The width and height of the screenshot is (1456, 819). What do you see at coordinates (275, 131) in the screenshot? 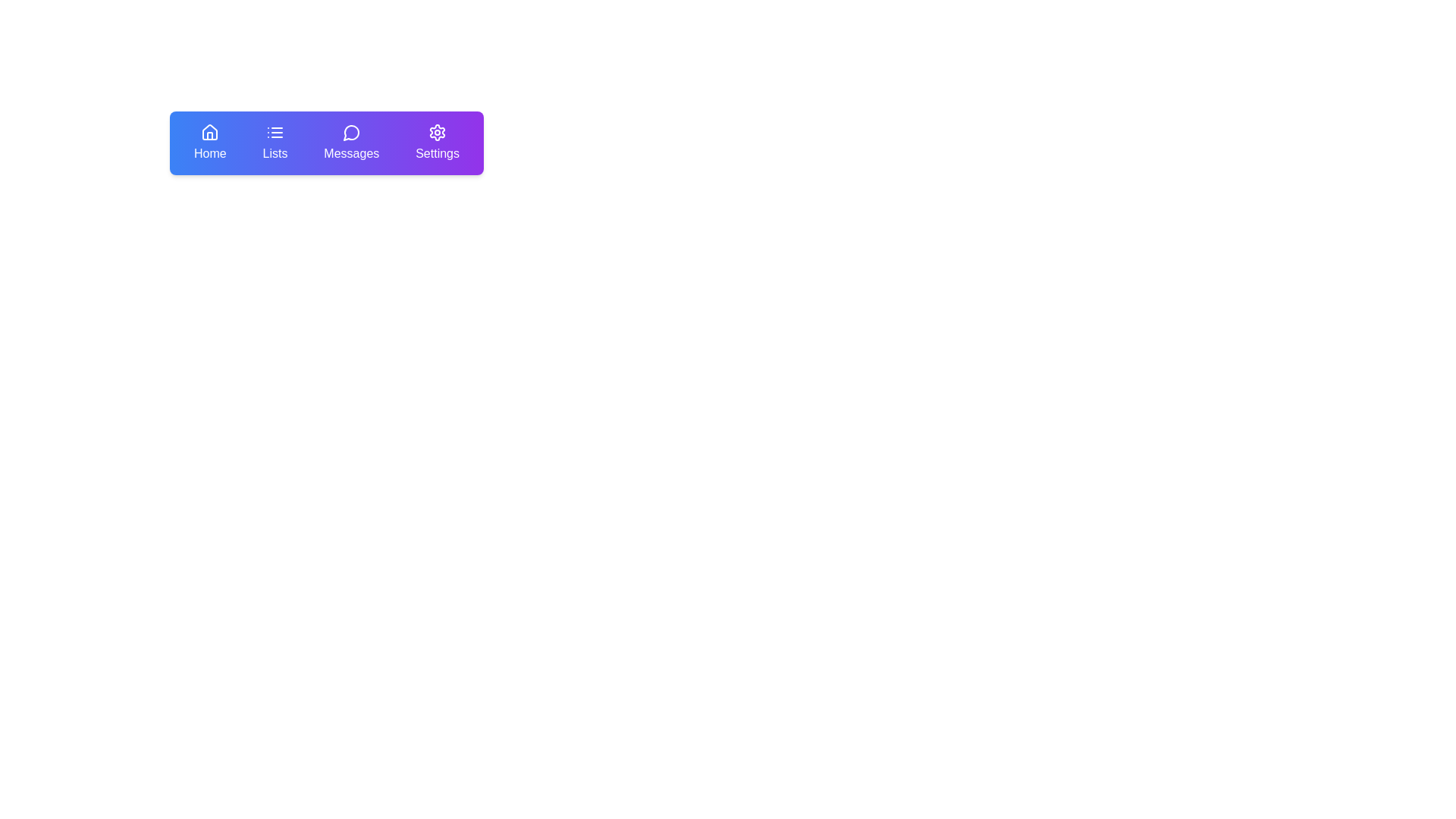
I see `the 'Lists' icon element, which is a blue gradient icon with three horizontal lines` at bounding box center [275, 131].